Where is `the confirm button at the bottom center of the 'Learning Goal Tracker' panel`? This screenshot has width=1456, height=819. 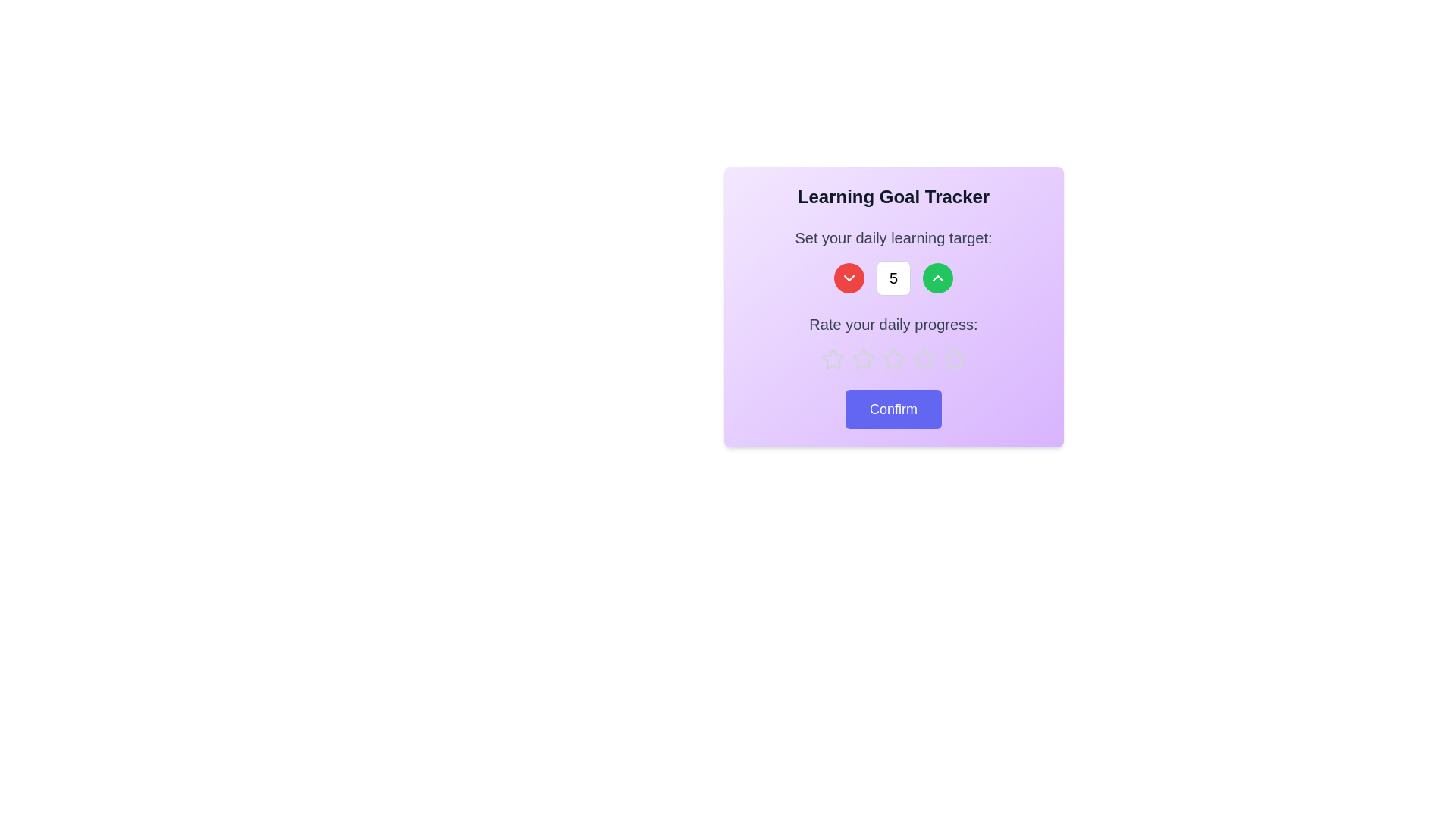 the confirm button at the bottom center of the 'Learning Goal Tracker' panel is located at coordinates (893, 409).